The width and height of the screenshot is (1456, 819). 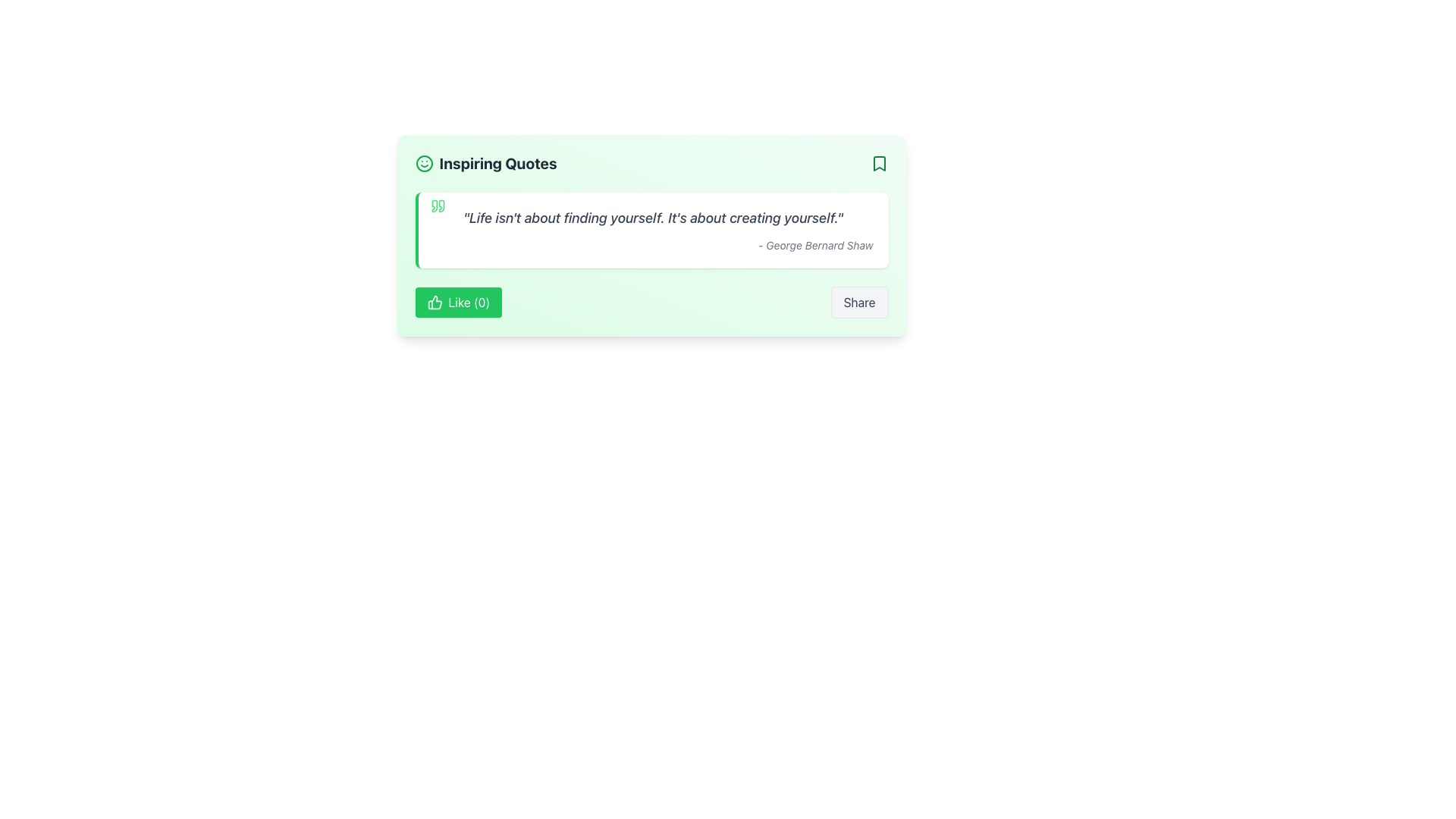 What do you see at coordinates (468, 302) in the screenshot?
I see `the 'Like' text label within the green button located at the bottom-left side of the content box` at bounding box center [468, 302].